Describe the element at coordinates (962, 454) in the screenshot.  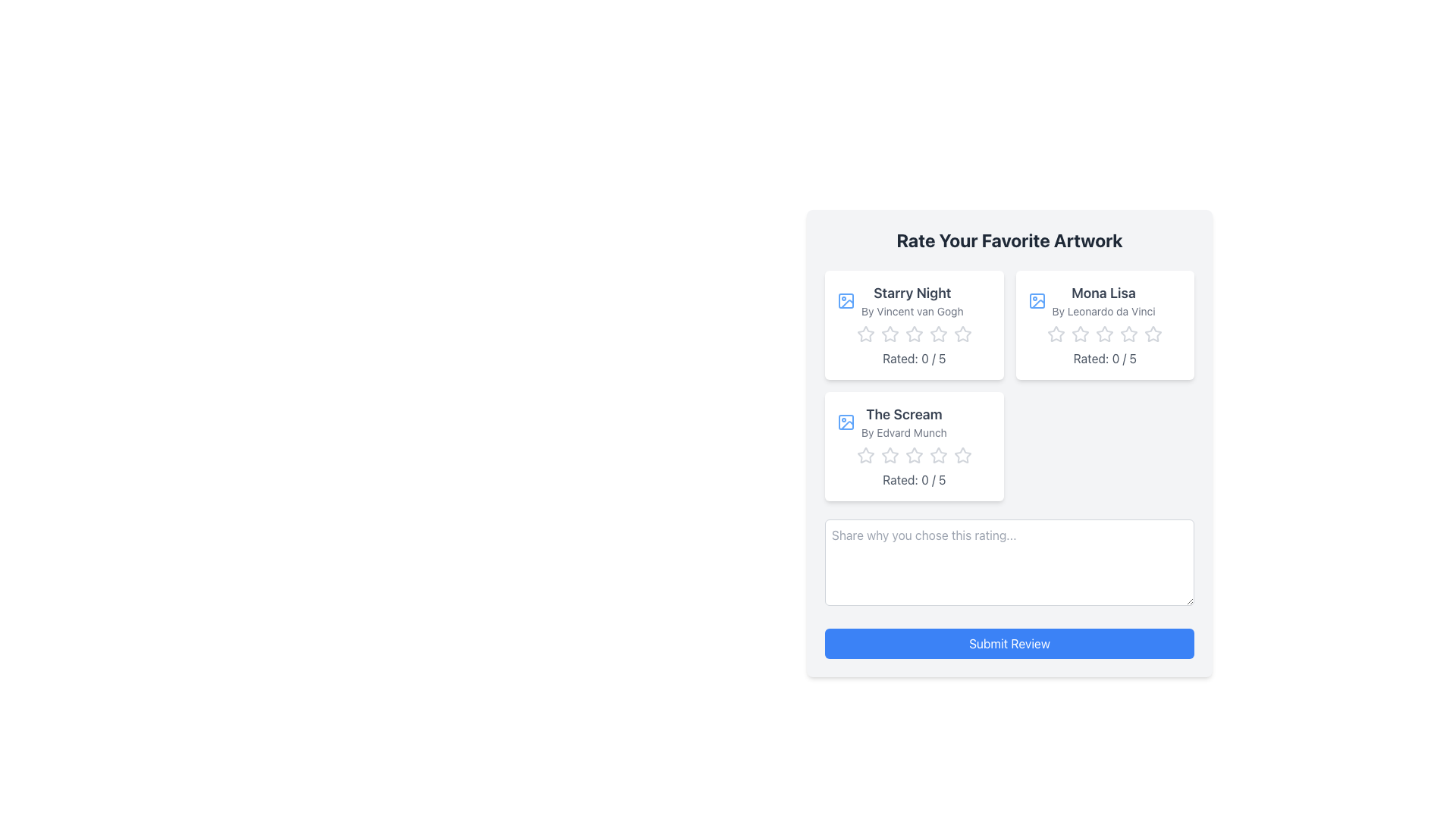
I see `the star-shaped icon` at that location.